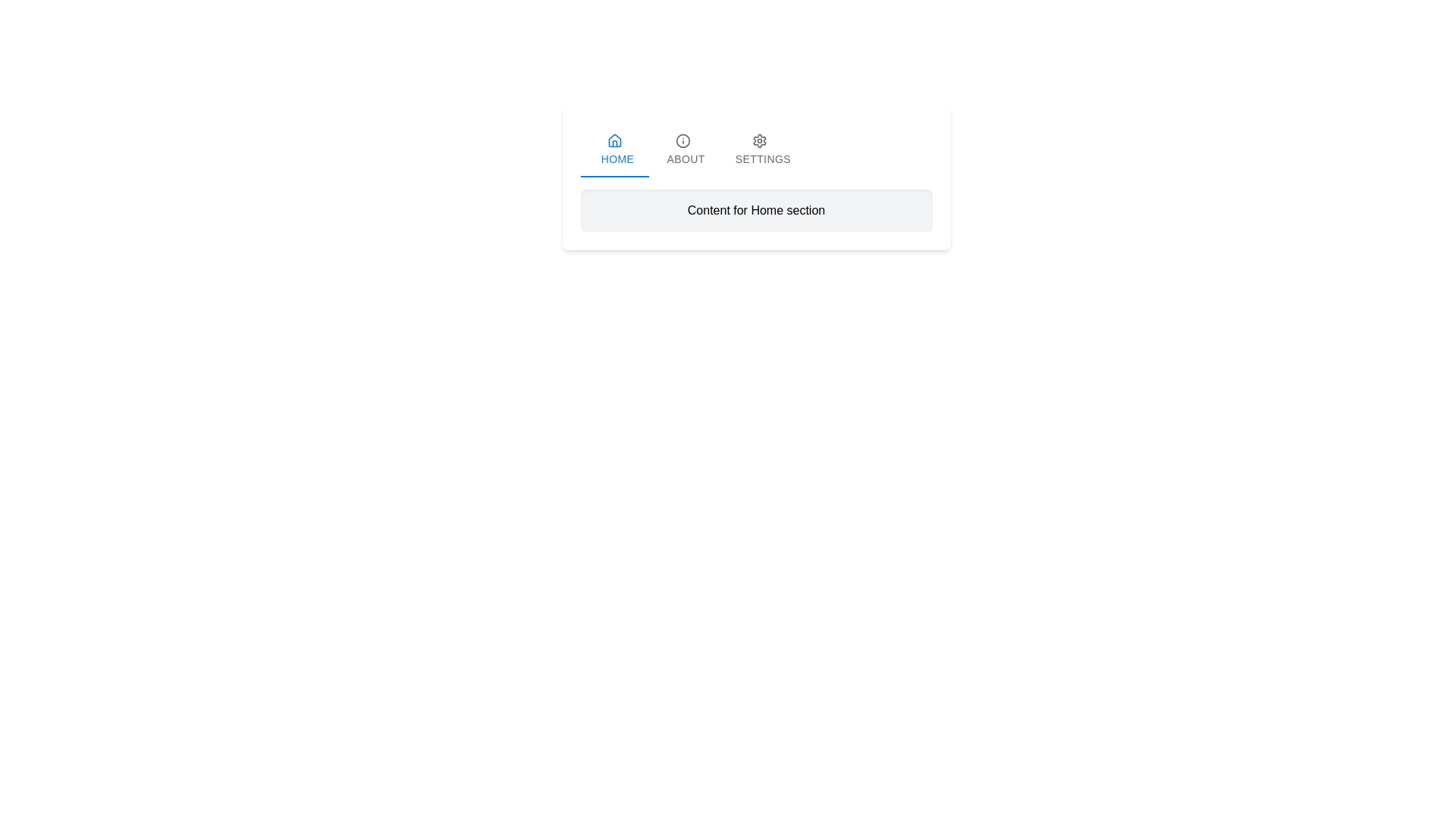 The width and height of the screenshot is (1456, 819). What do you see at coordinates (614, 149) in the screenshot?
I see `the 'Home' navigation tab, which is the first tab in the horizontal tab group located at the top-left of the tab list` at bounding box center [614, 149].